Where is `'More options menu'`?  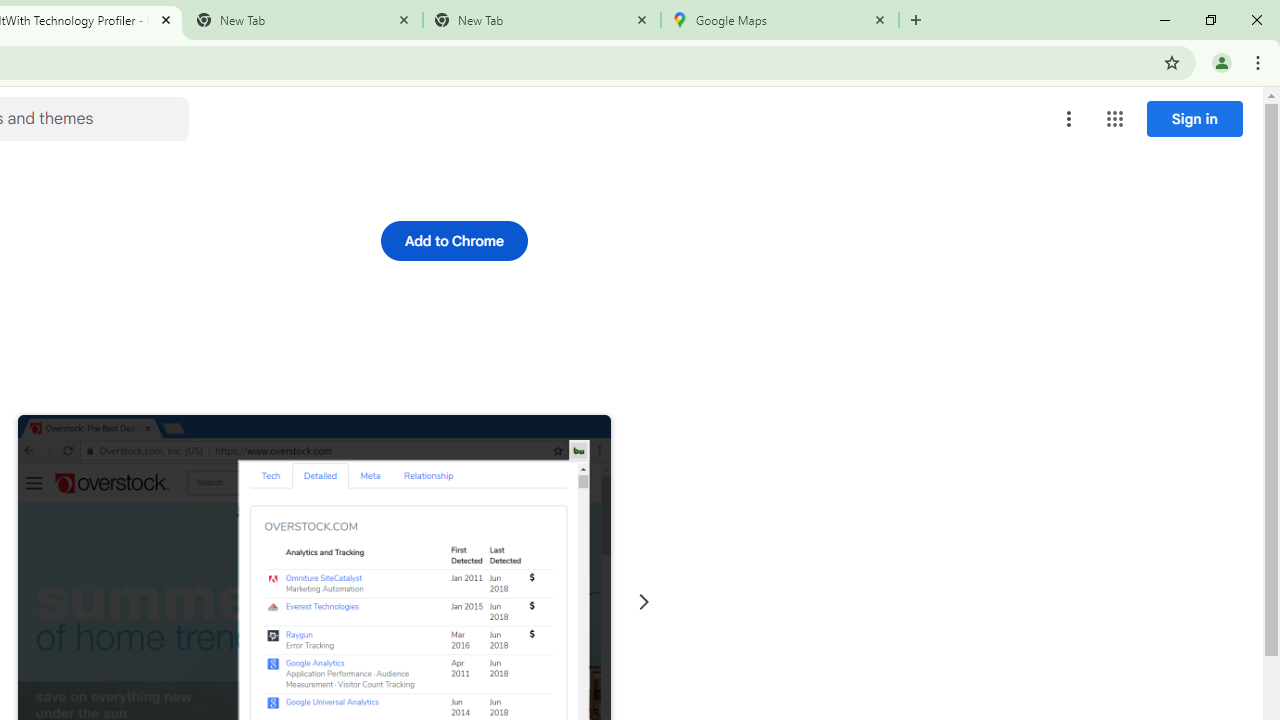
'More options menu' is located at coordinates (1068, 119).